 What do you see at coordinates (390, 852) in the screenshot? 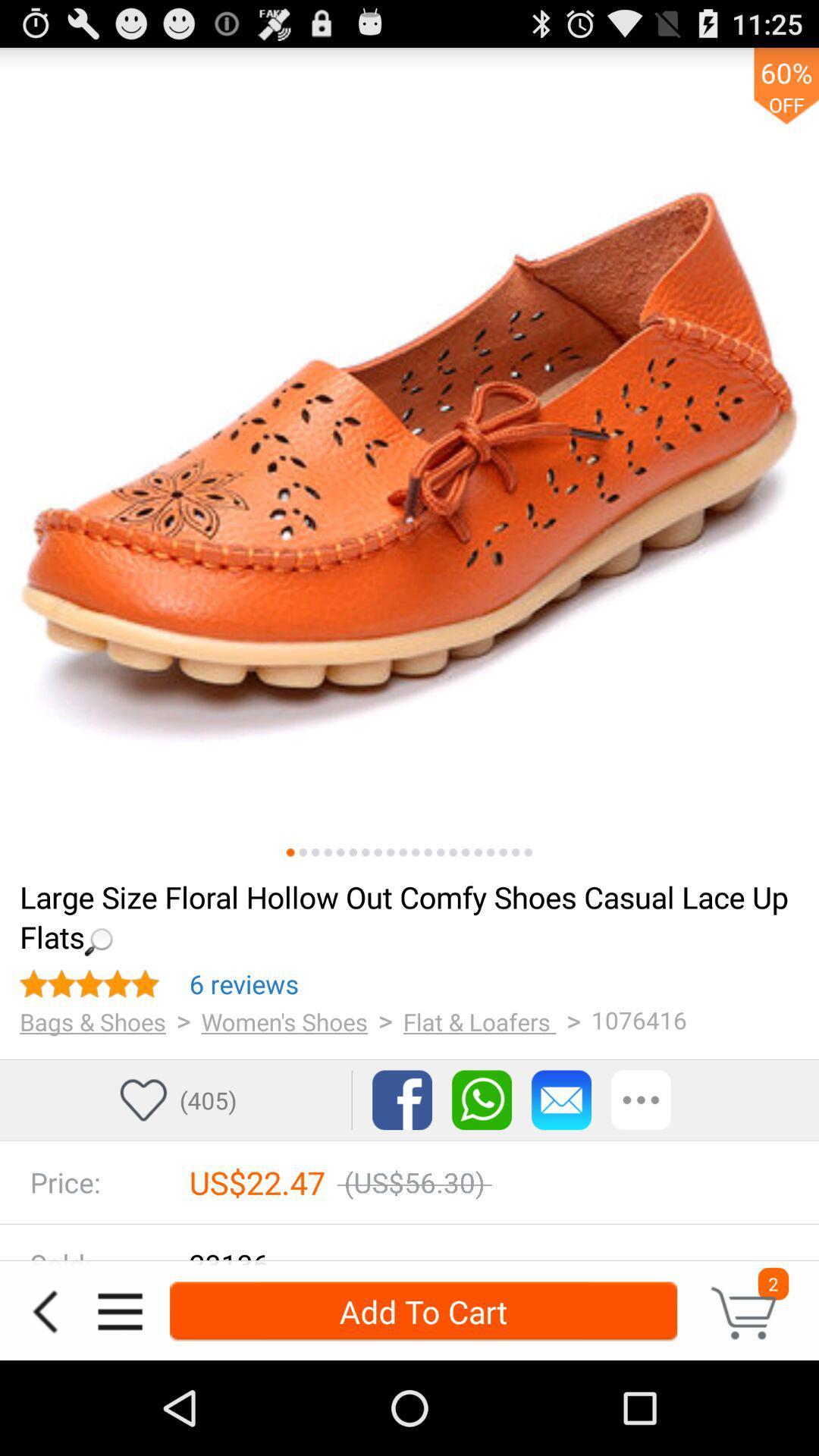
I see `the item above loading...` at bounding box center [390, 852].